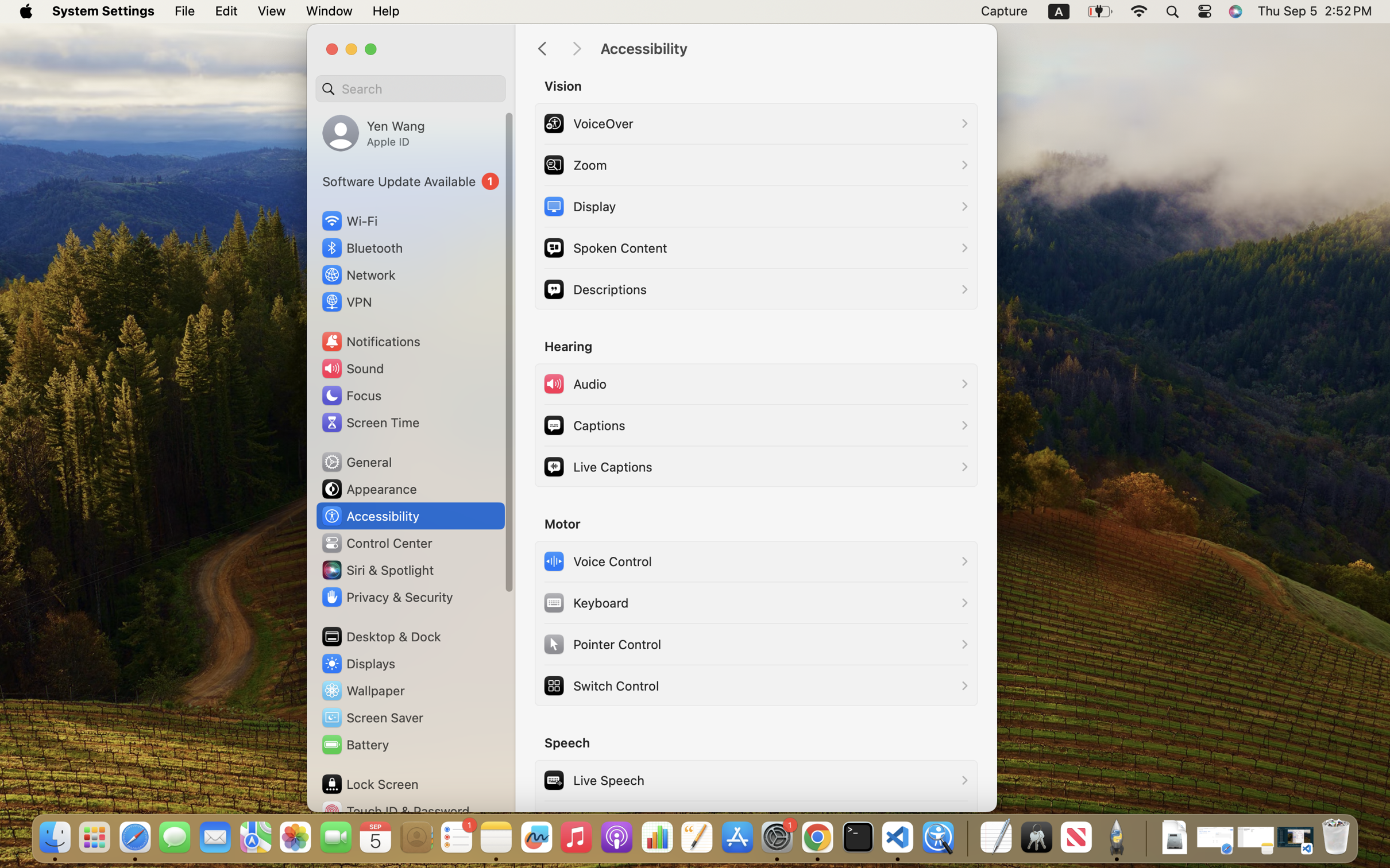  What do you see at coordinates (350, 394) in the screenshot?
I see `'Focus'` at bounding box center [350, 394].